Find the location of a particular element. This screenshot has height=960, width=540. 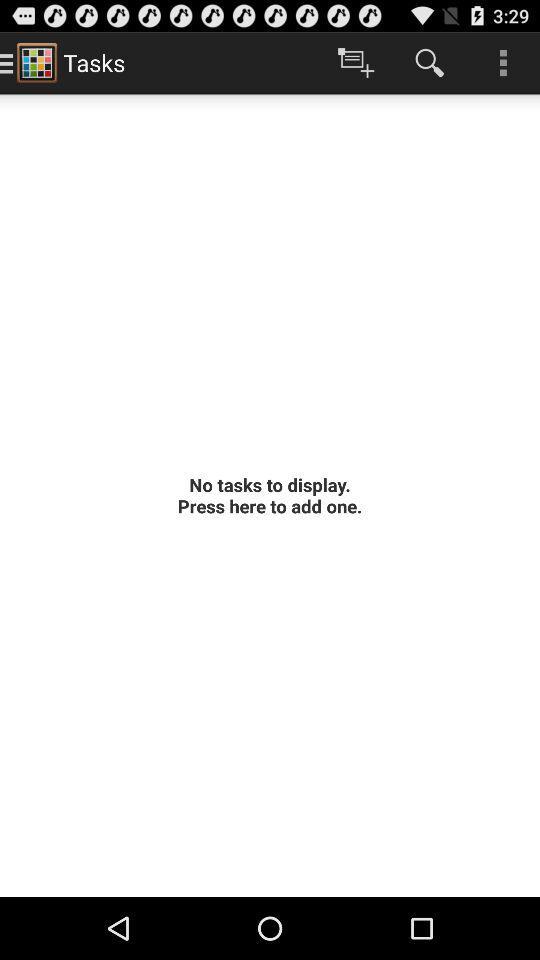

the item at the top is located at coordinates (355, 62).